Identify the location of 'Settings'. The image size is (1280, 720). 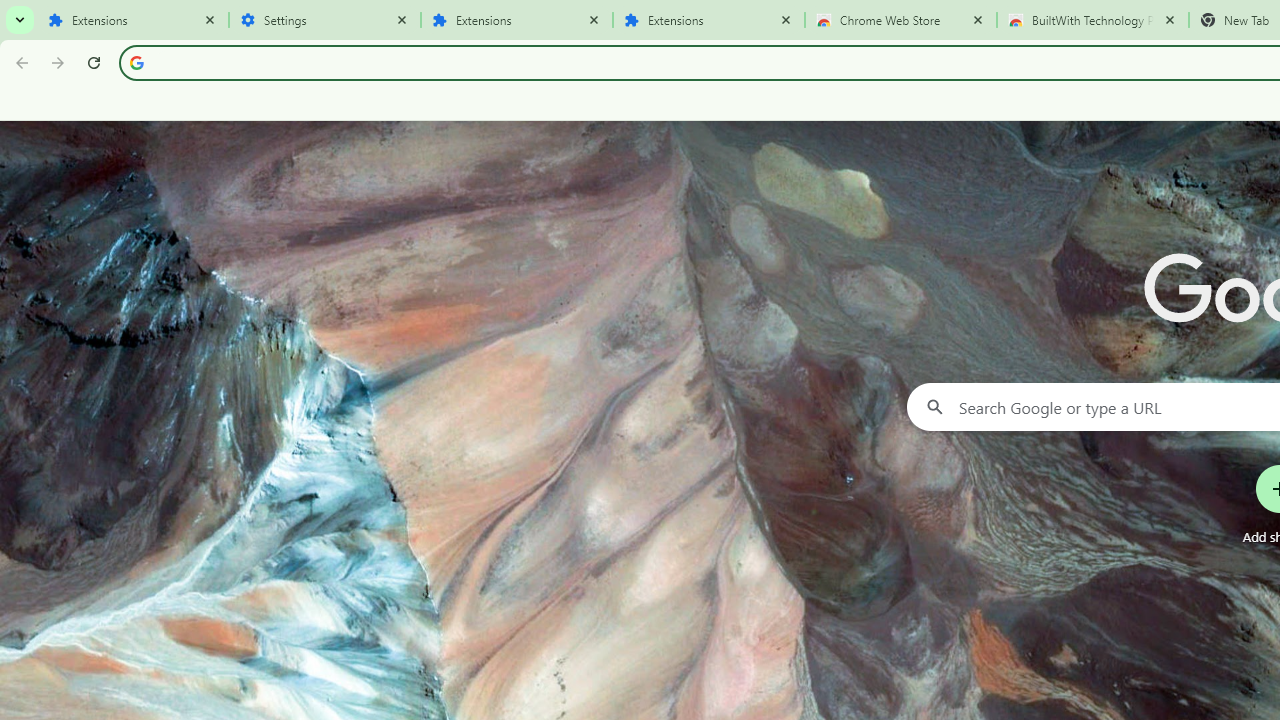
(325, 20).